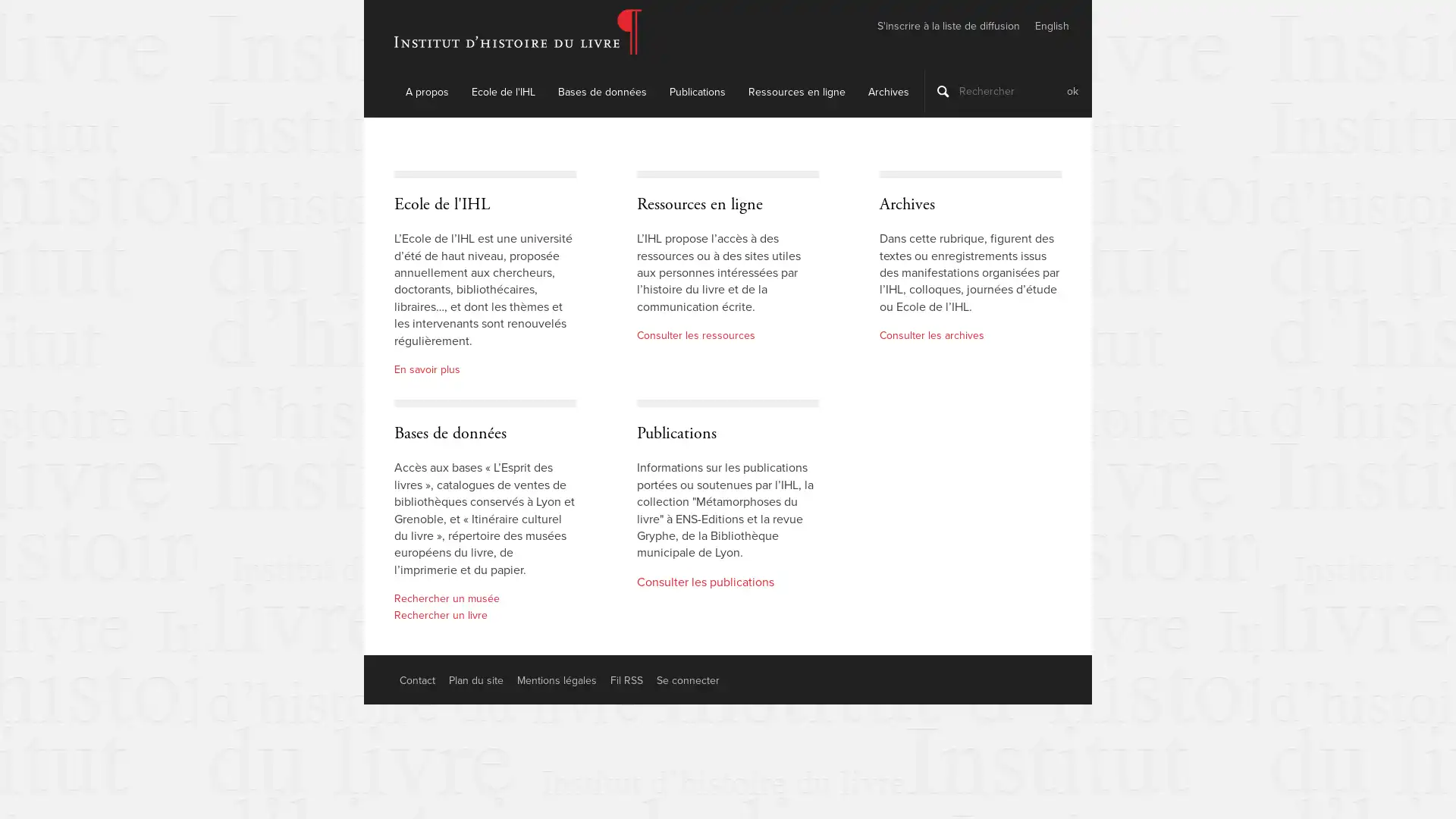  What do you see at coordinates (1072, 90) in the screenshot?
I see `ok` at bounding box center [1072, 90].